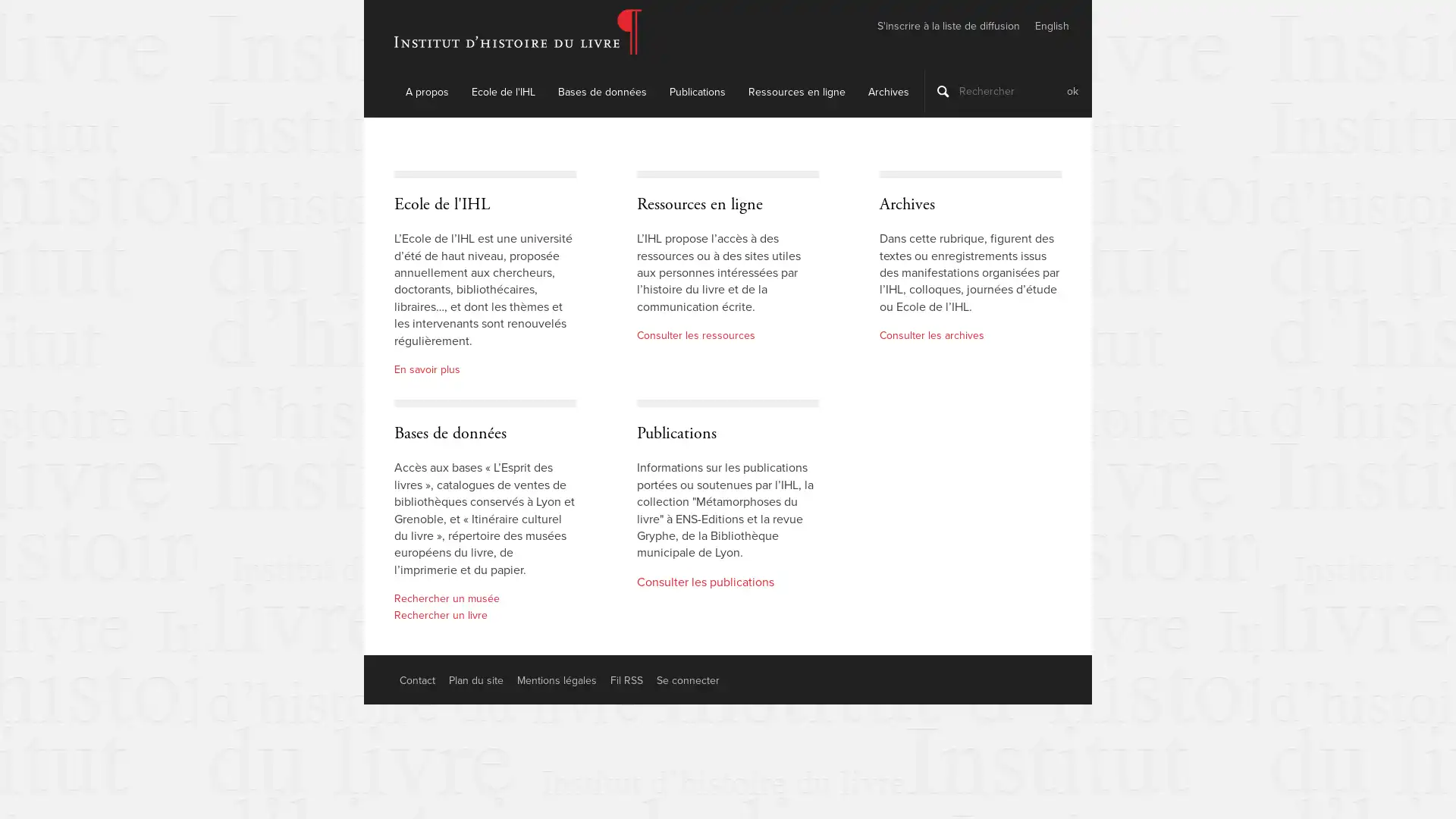  What do you see at coordinates (1072, 90) in the screenshot?
I see `ok` at bounding box center [1072, 90].